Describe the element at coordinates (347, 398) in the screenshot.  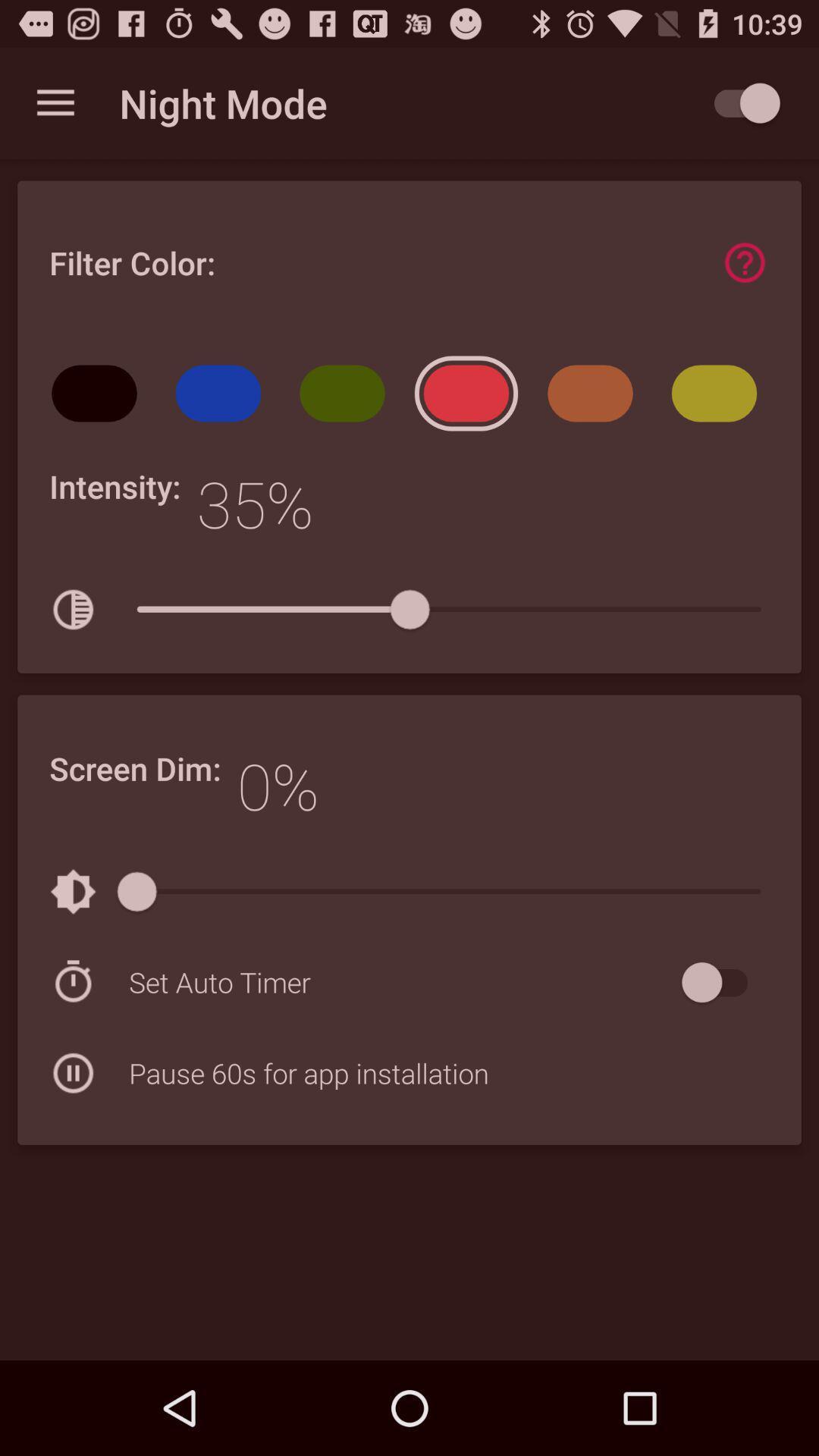
I see `the item above 35% icon` at that location.